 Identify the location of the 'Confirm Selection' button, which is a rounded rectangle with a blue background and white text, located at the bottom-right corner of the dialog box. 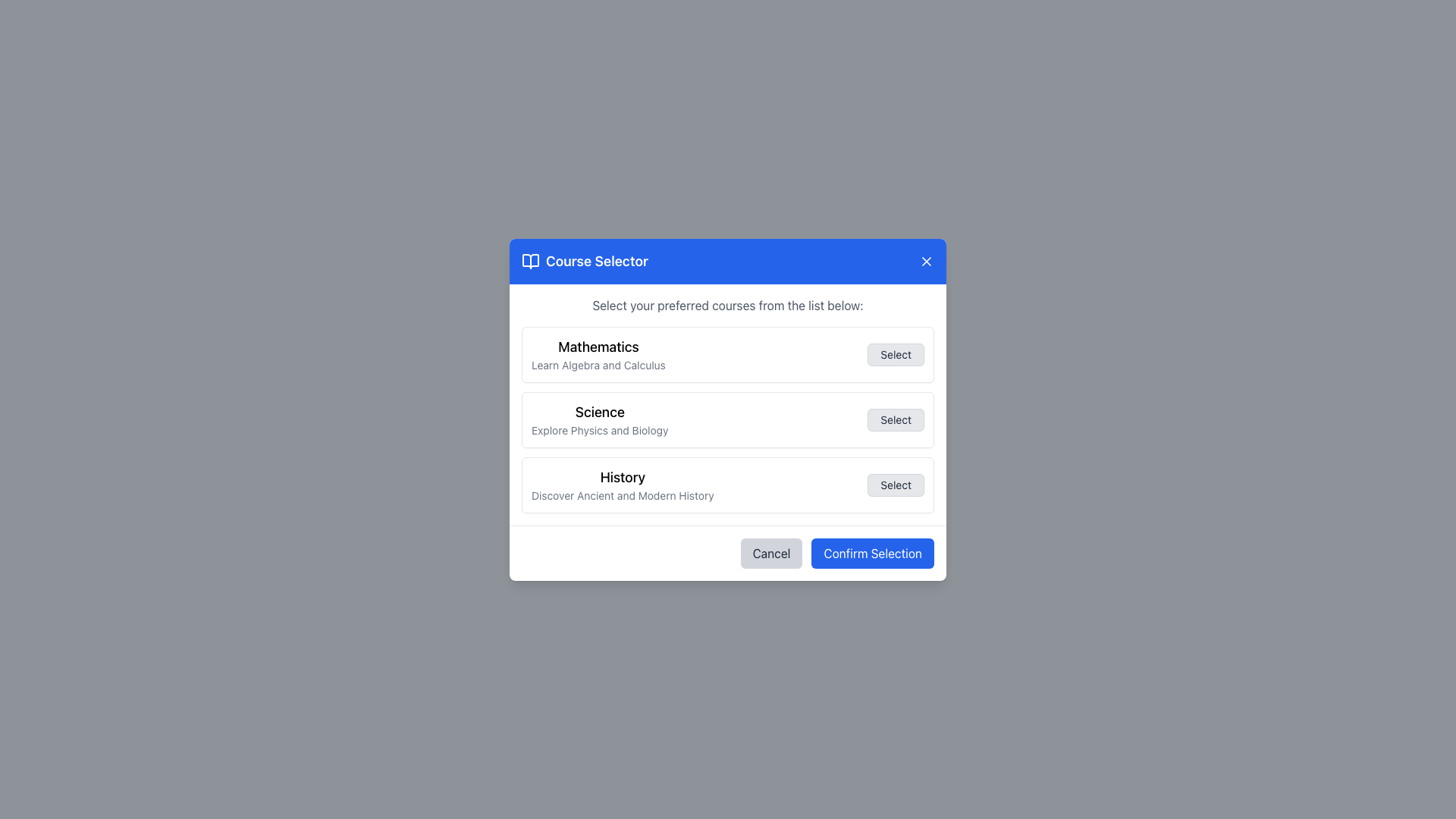
(873, 553).